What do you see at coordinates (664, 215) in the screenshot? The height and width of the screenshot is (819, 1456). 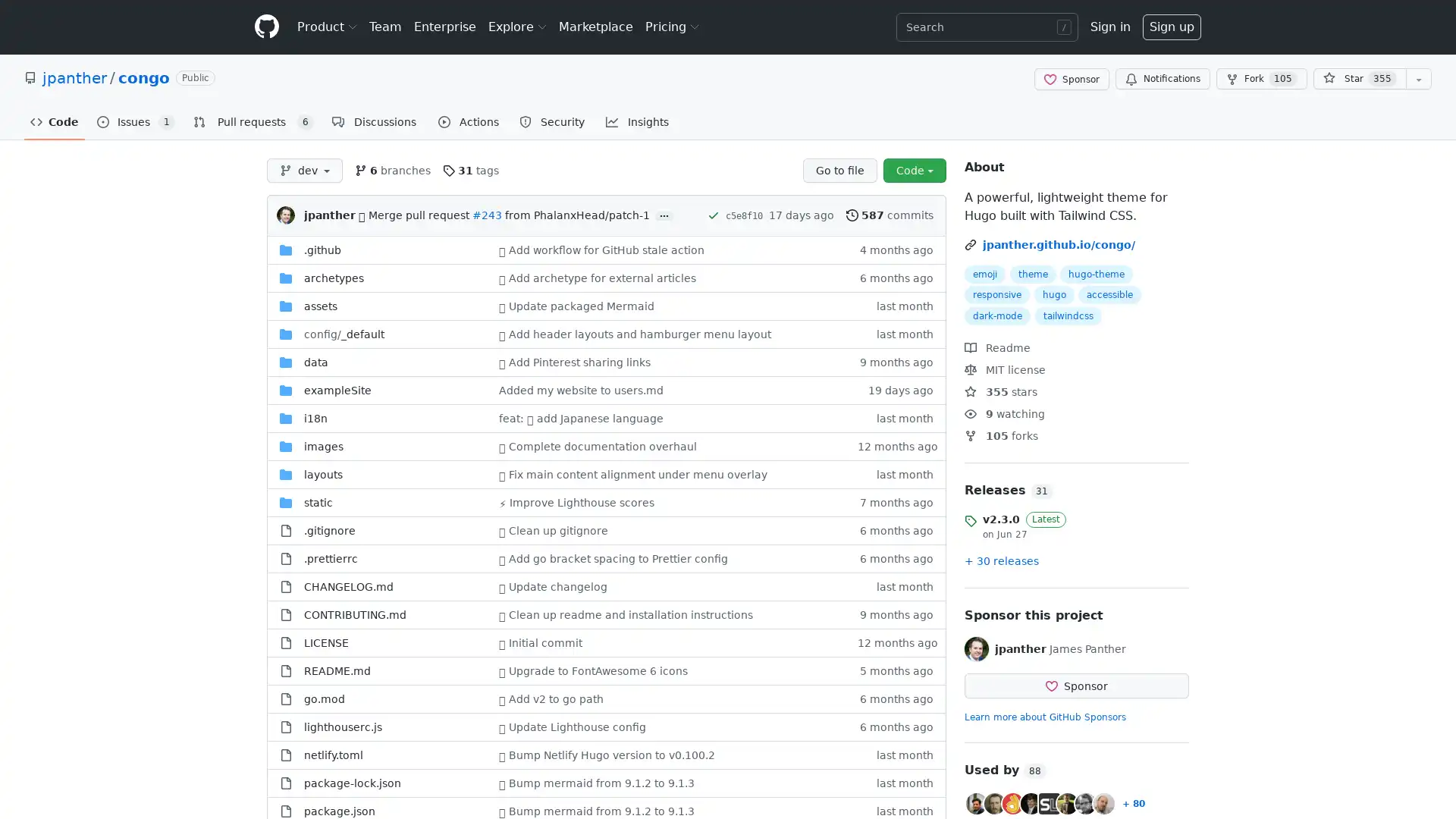 I see `...` at bounding box center [664, 215].